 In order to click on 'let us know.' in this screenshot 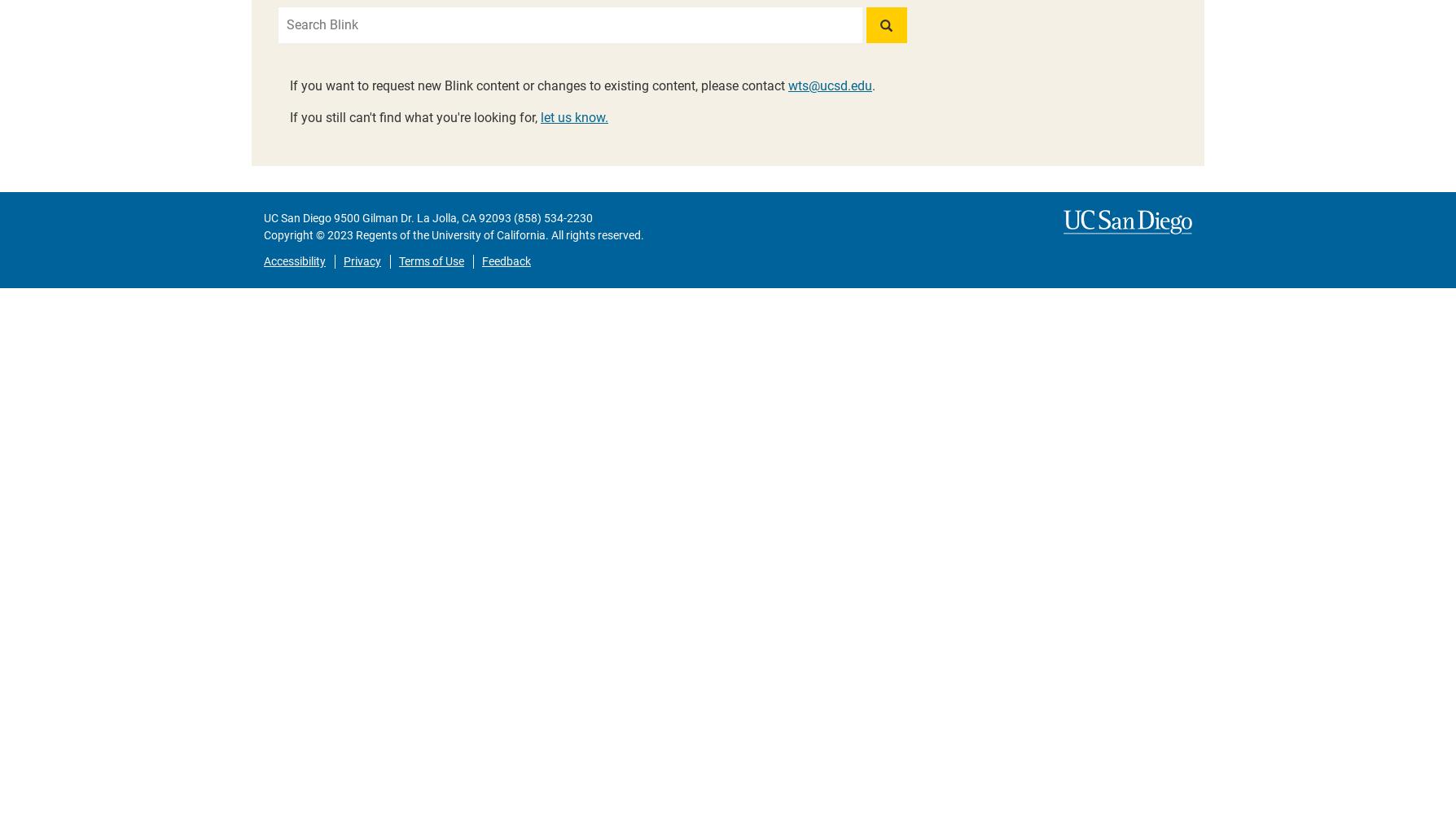, I will do `click(573, 117)`.